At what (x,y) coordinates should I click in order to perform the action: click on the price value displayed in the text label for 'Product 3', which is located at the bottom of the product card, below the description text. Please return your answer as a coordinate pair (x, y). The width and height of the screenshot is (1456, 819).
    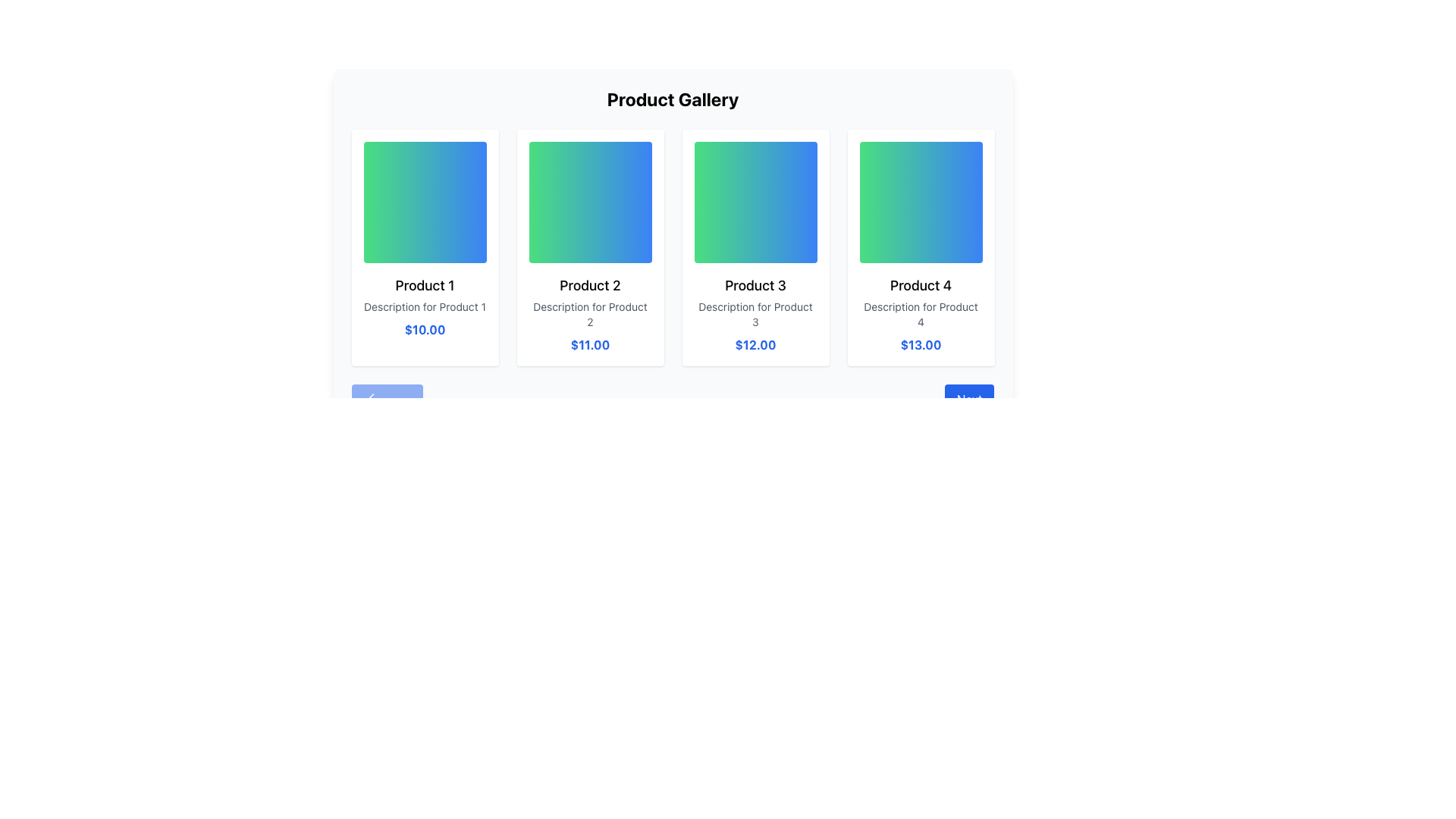
    Looking at the image, I should click on (755, 345).